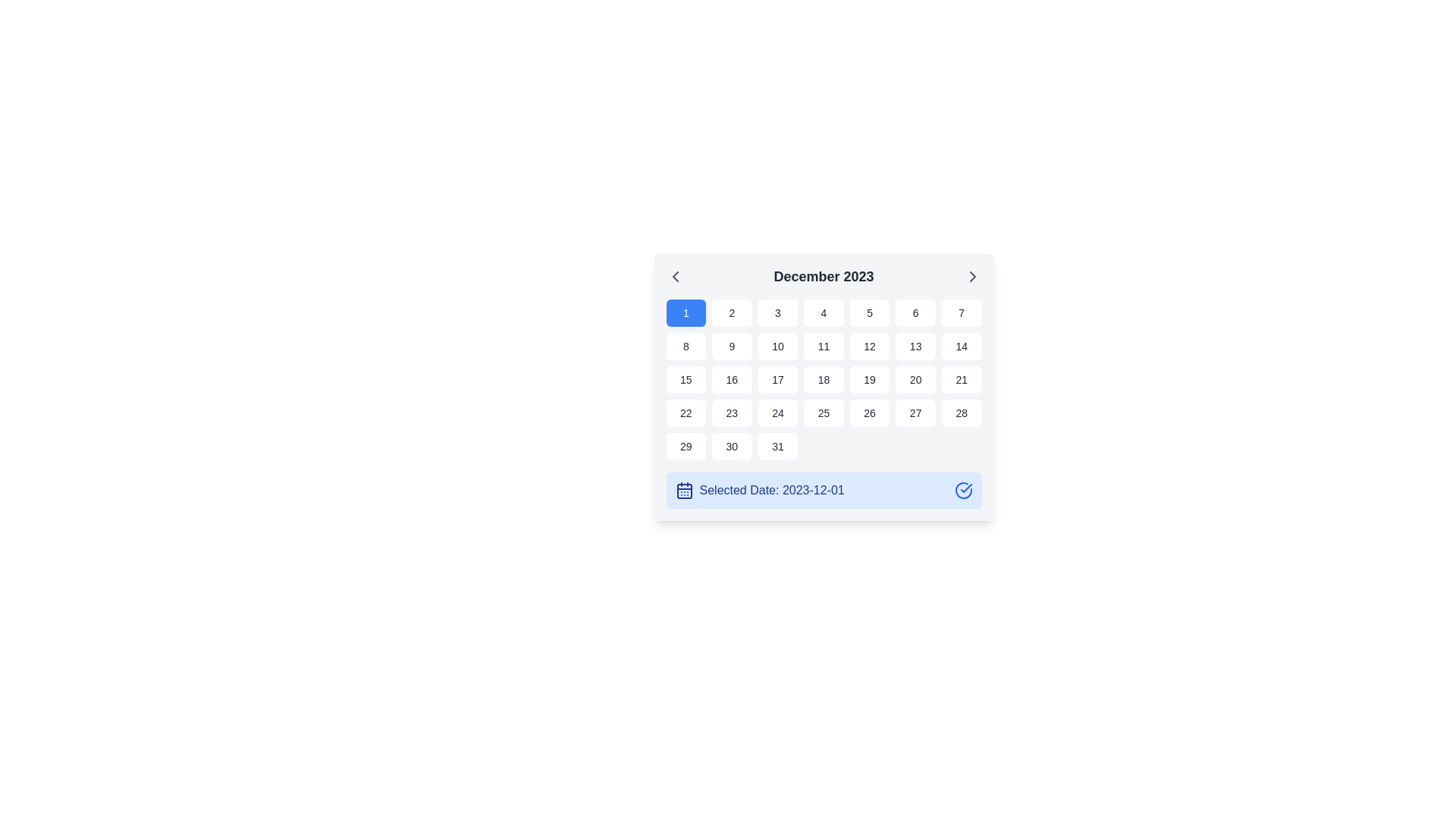  What do you see at coordinates (965, 488) in the screenshot?
I see `the Vector Icon (Checkmark) located in the bottom-right corner of the light blue bar that displays the selected date in the calendar widget` at bounding box center [965, 488].